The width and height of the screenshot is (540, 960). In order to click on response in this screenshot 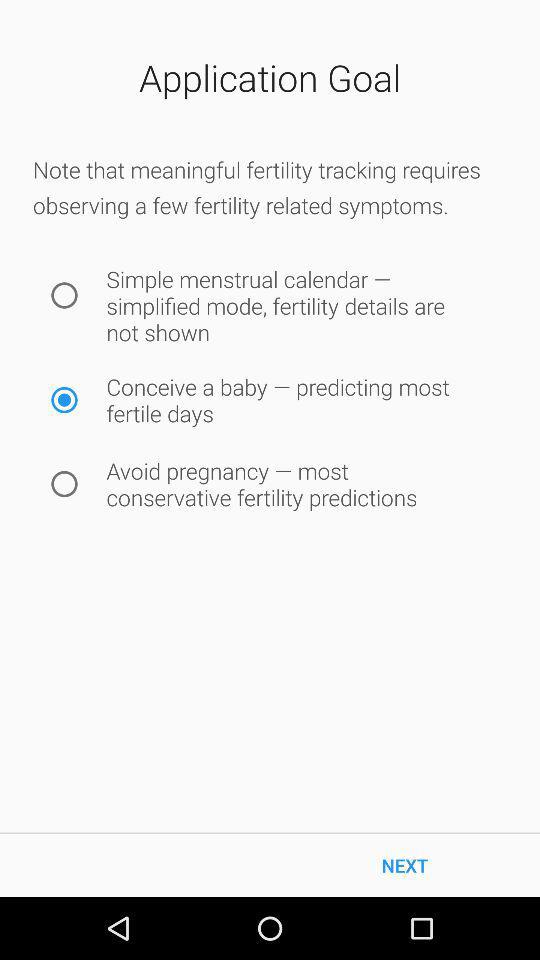, I will do `click(64, 483)`.